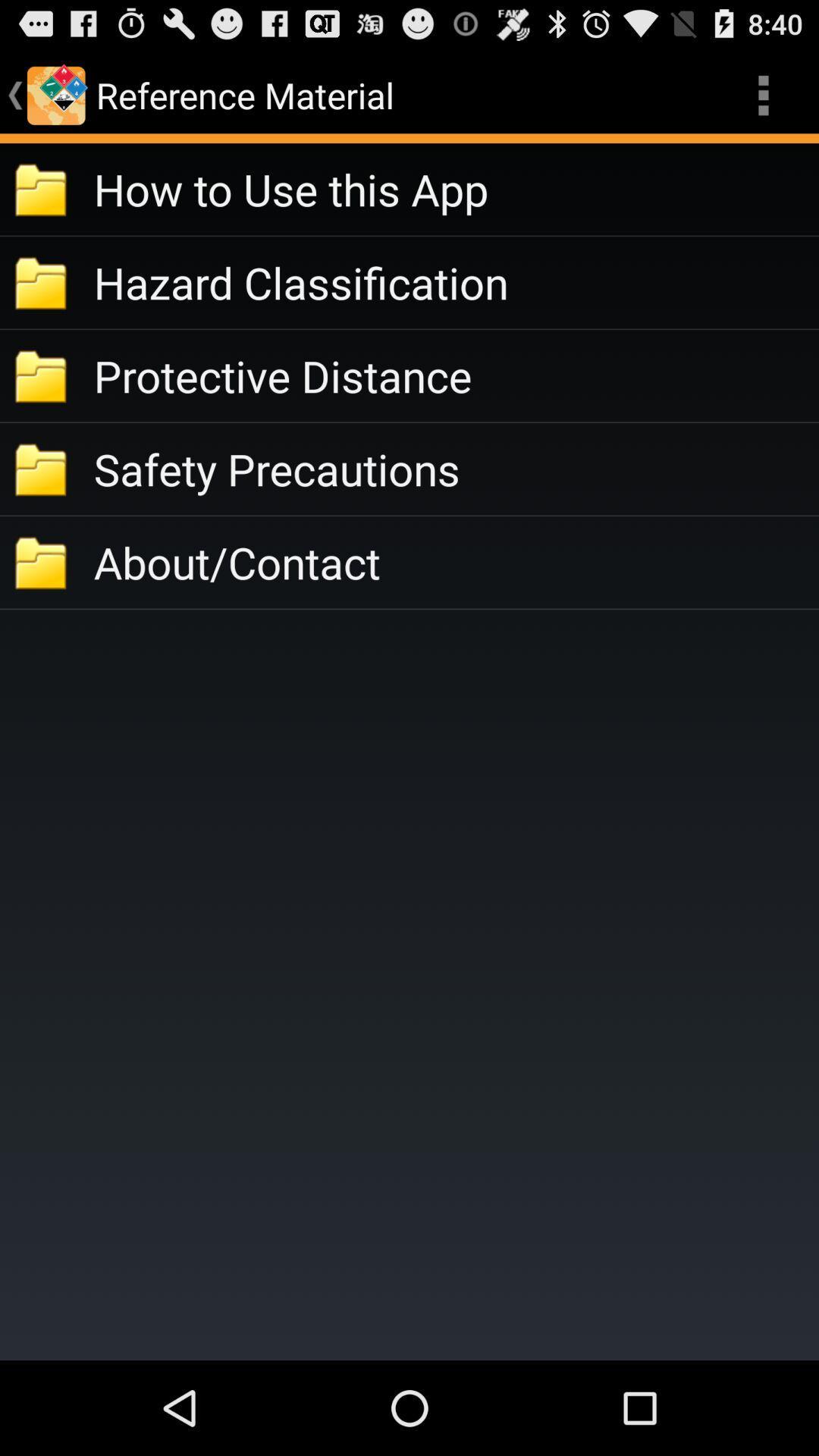 Image resolution: width=819 pixels, height=1456 pixels. What do you see at coordinates (455, 375) in the screenshot?
I see `app below hazard classification app` at bounding box center [455, 375].